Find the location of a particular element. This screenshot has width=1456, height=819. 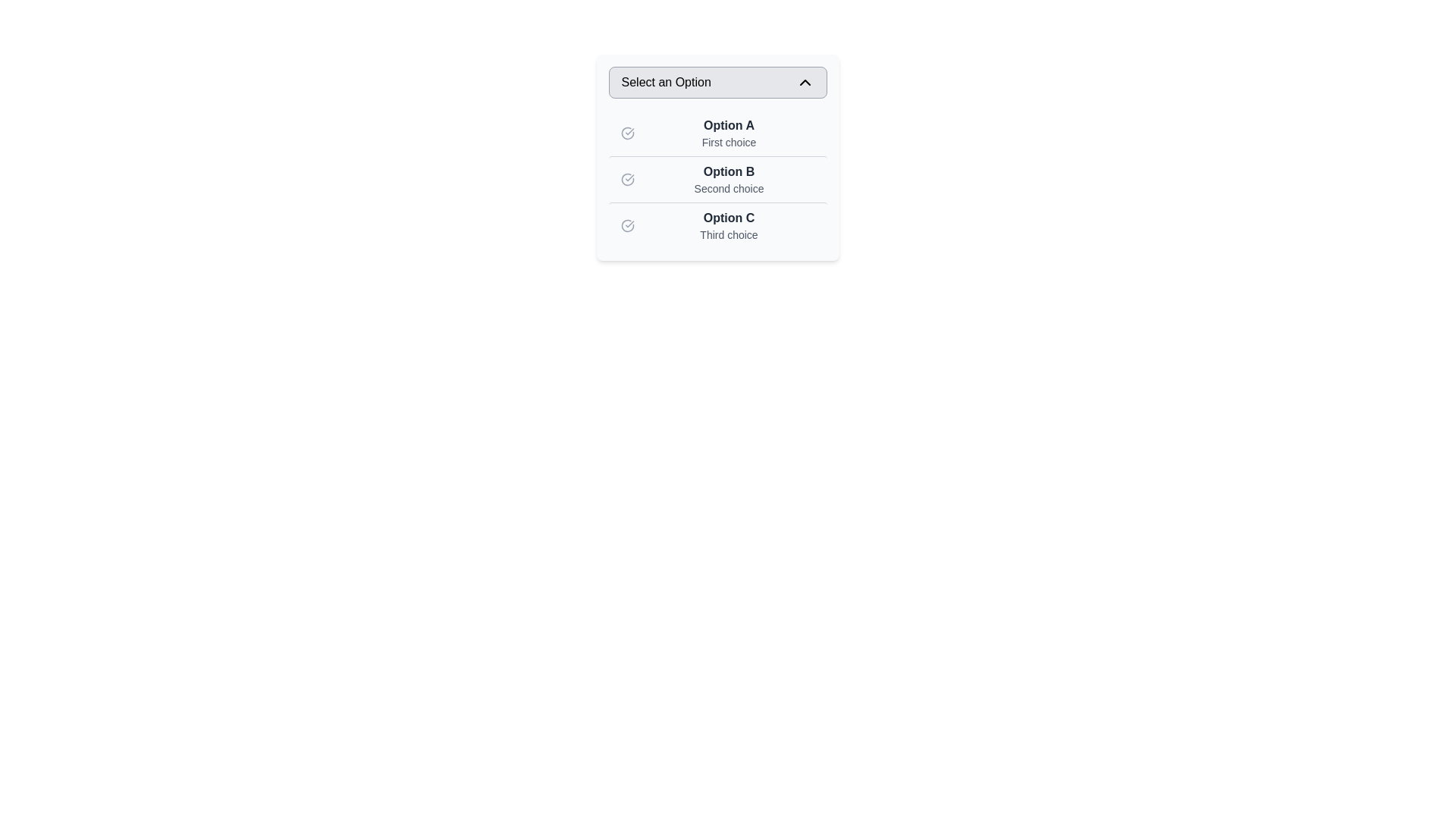

the selectable list option labeled 'Option B' in the dropdown menu below 'Select an Option' is located at coordinates (729, 178).